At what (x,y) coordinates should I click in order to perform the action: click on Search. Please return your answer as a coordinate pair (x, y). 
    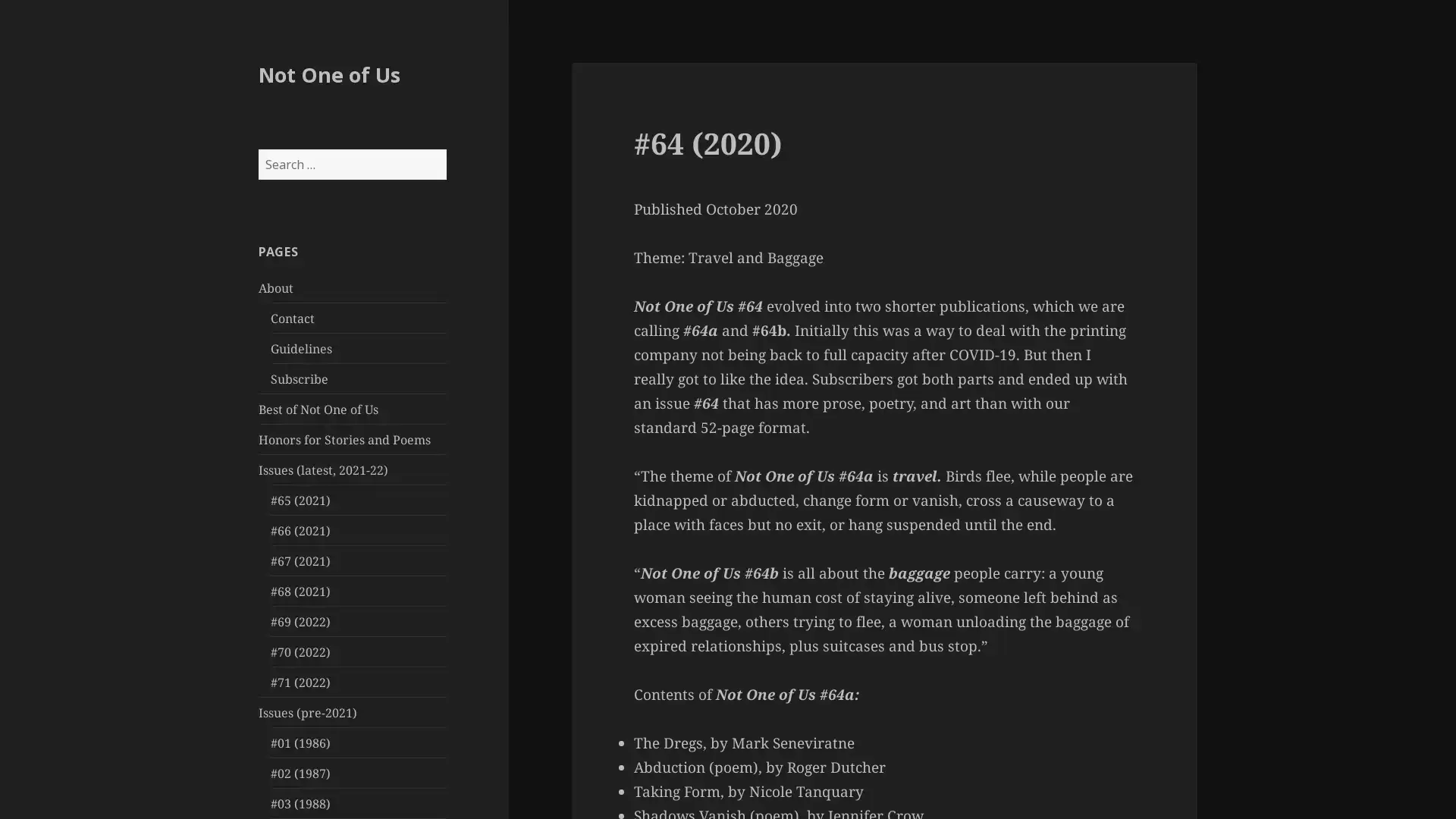
    Looking at the image, I should click on (444, 149).